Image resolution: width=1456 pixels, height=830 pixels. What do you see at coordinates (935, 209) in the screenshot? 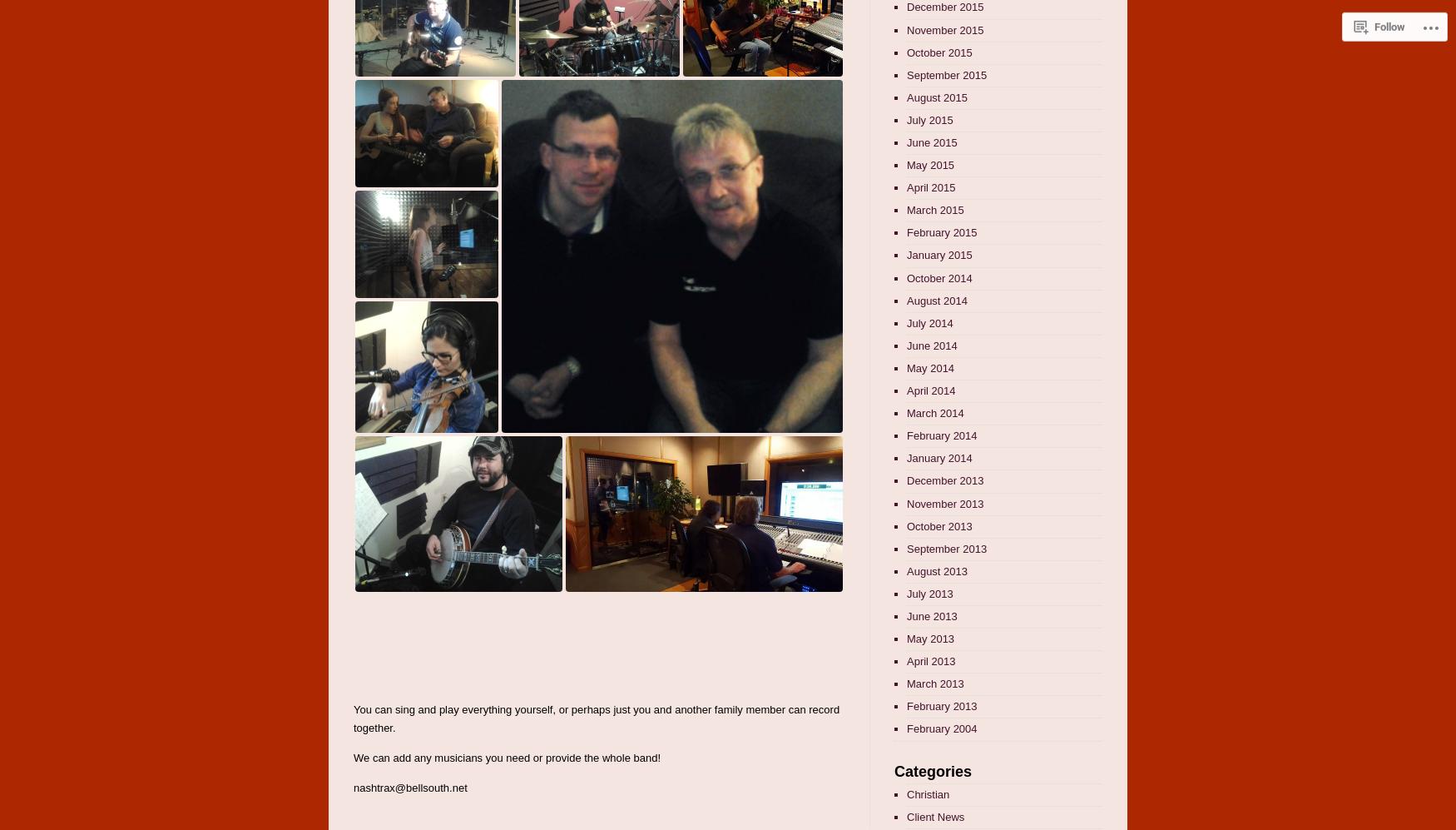
I see `'March 2015'` at bounding box center [935, 209].